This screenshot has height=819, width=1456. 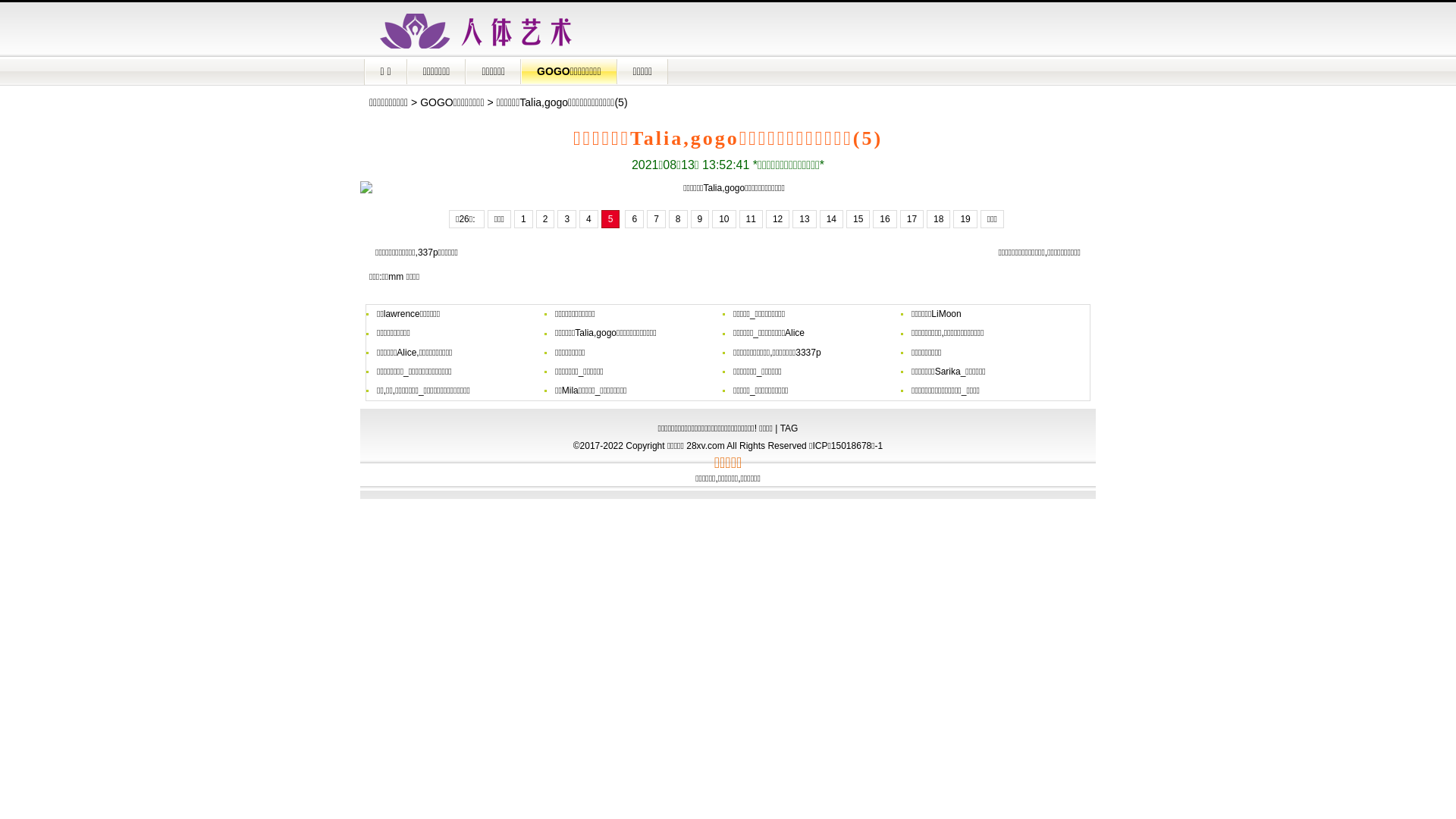 I want to click on '8', so click(x=677, y=219).